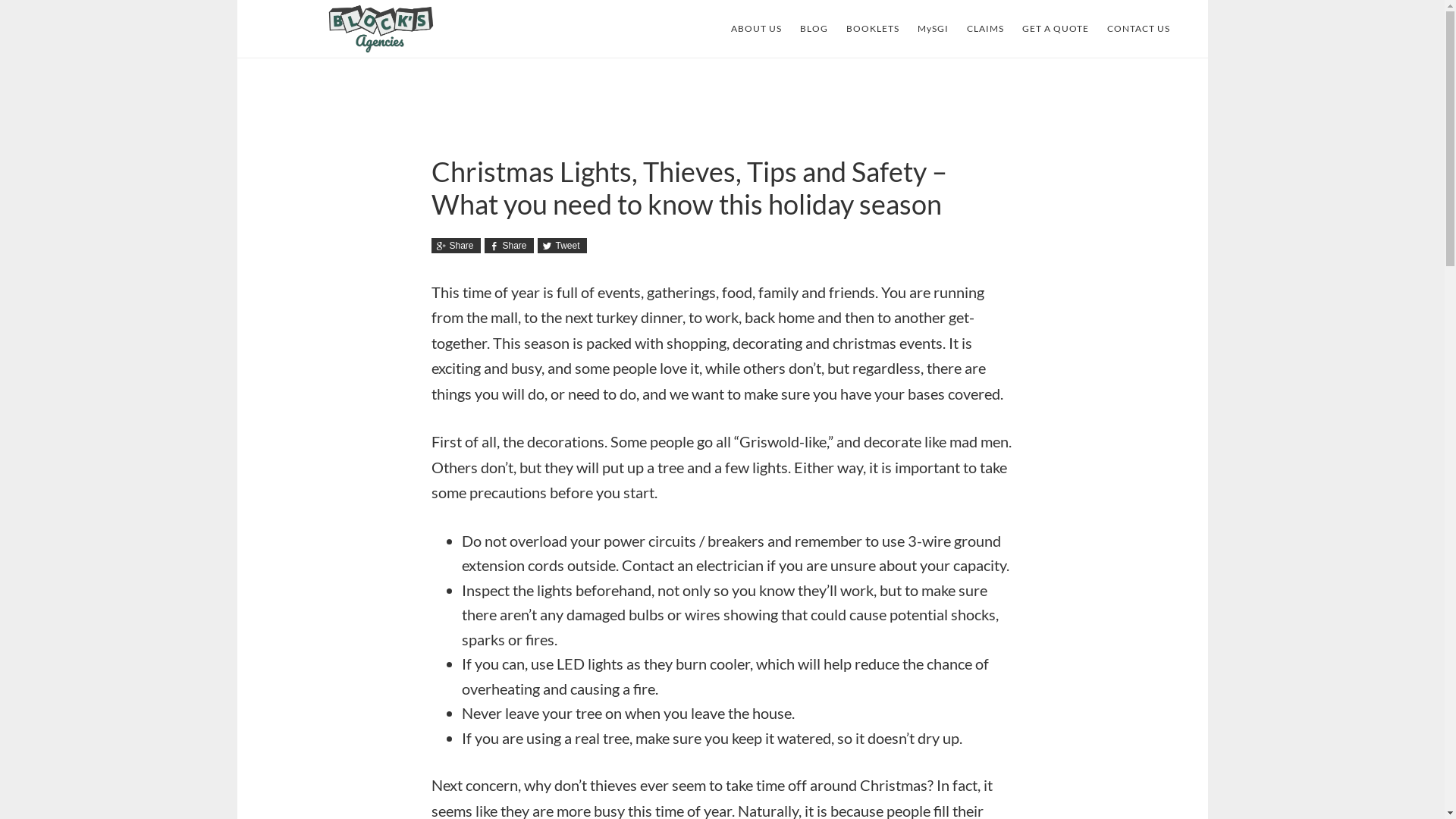  Describe the element at coordinates (756, 29) in the screenshot. I see `'ABOUT US'` at that location.